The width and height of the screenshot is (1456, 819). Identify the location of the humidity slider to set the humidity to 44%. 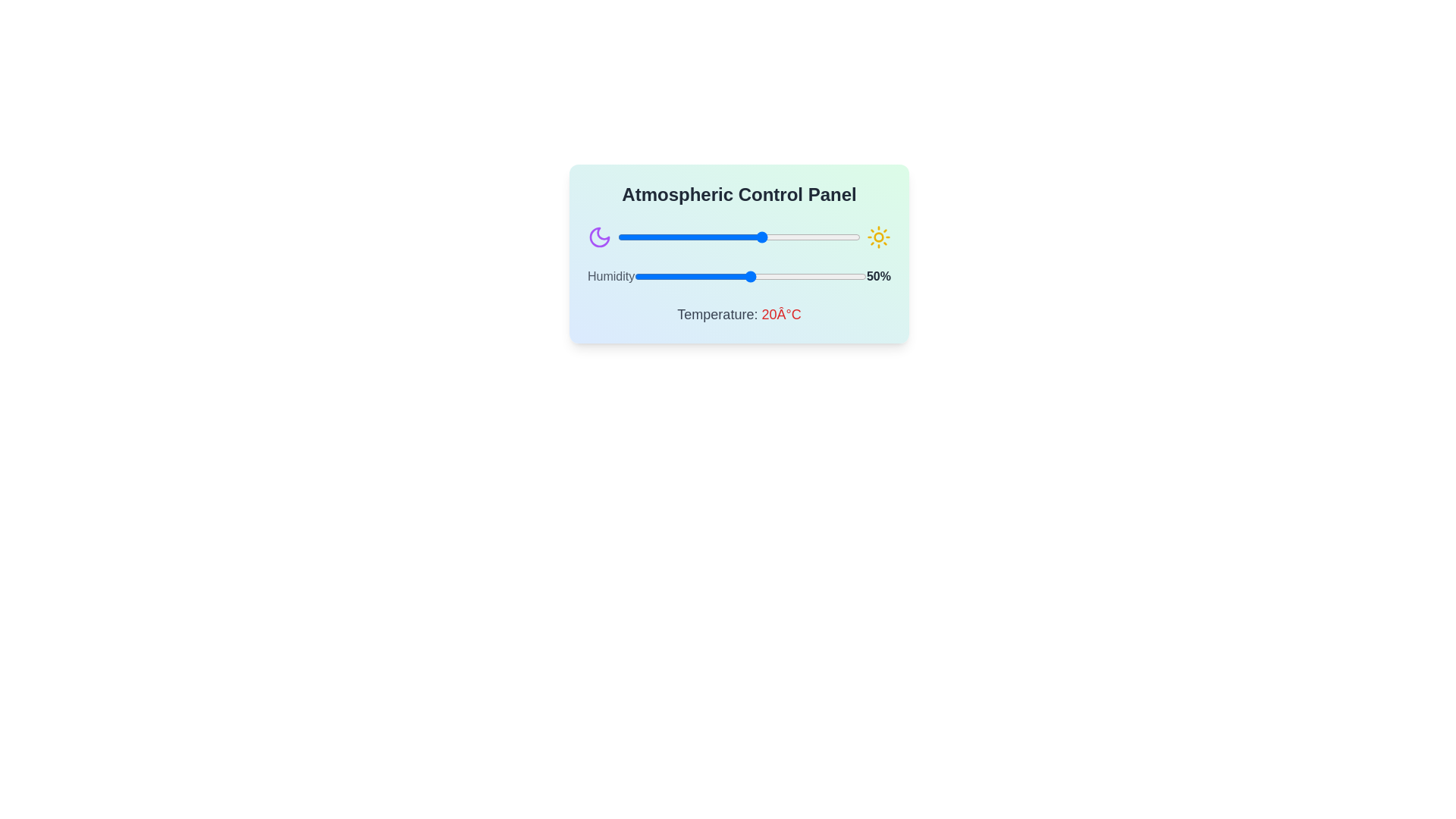
(736, 277).